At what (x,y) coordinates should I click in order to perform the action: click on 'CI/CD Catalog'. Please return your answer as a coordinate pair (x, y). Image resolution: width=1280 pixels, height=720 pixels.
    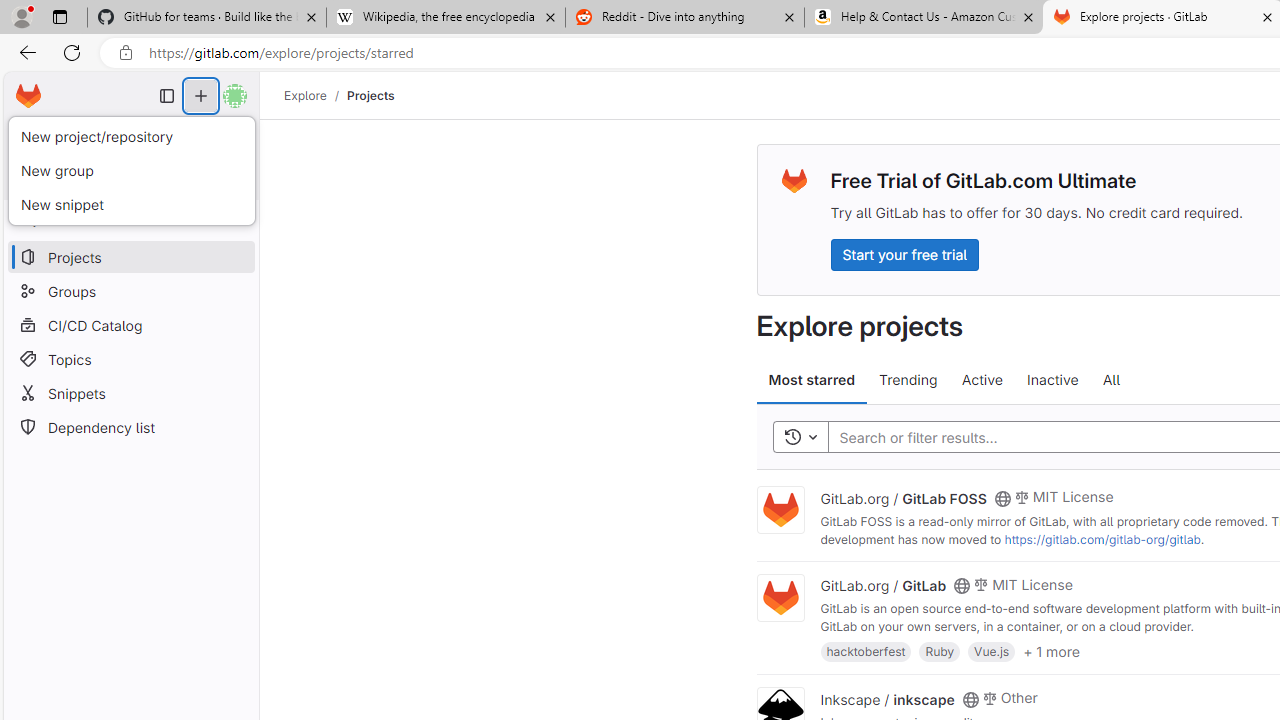
    Looking at the image, I should click on (130, 324).